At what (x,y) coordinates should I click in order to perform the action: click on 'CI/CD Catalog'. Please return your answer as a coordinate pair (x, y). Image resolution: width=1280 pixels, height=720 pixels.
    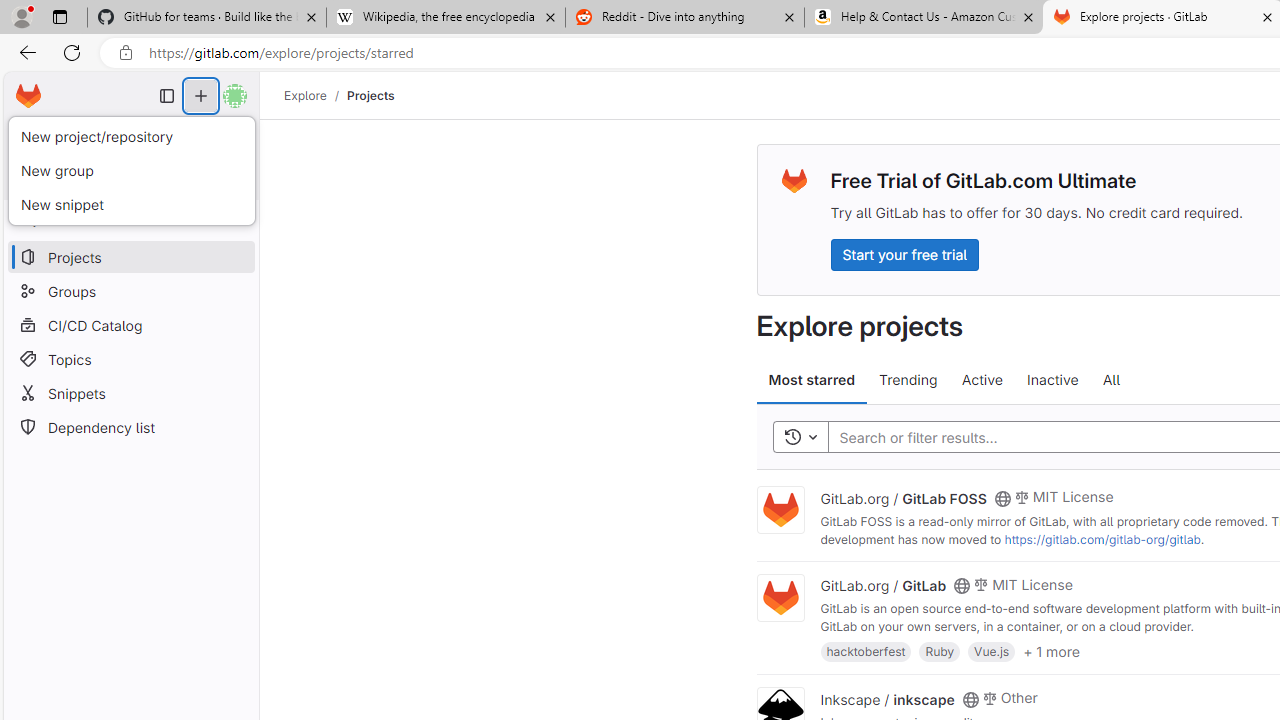
    Looking at the image, I should click on (130, 324).